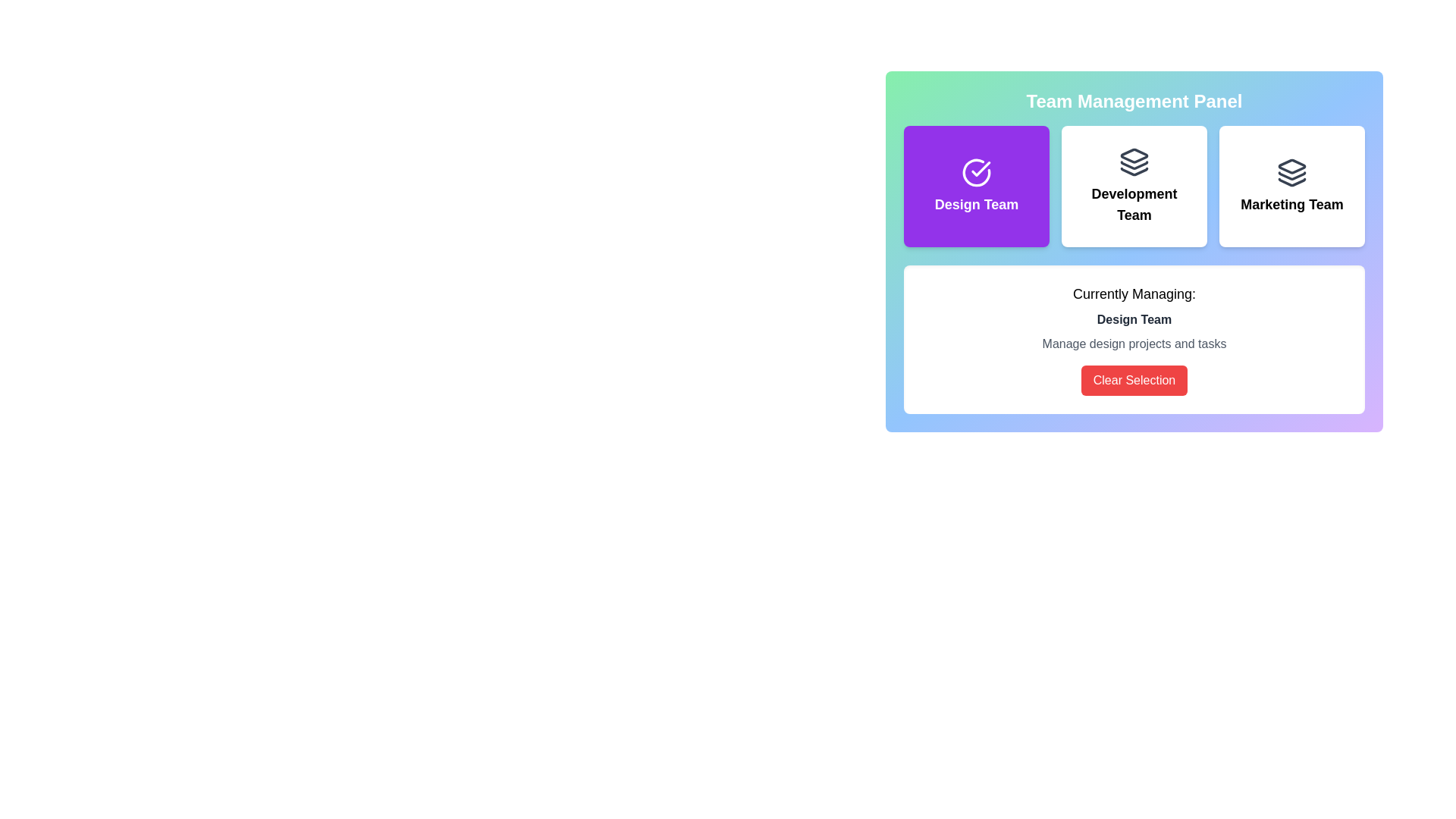 The height and width of the screenshot is (819, 1456). I want to click on the 'Marketing Team' label located in the third position of the horizontal set of team cards, which is centered in its card and appears below an icon symbolizing stacked layers, so click(1291, 186).